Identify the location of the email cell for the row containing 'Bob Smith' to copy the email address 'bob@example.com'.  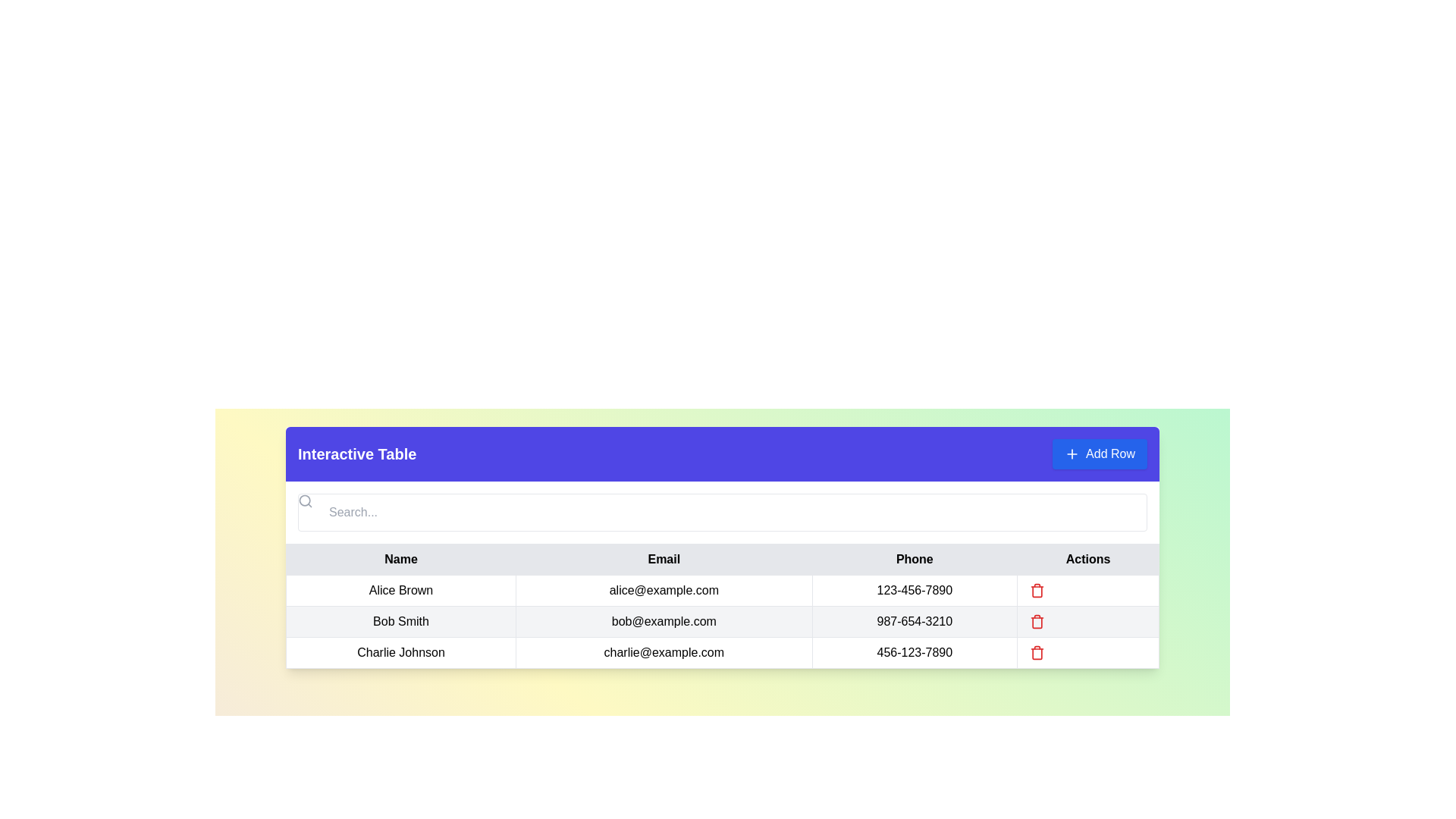
(722, 622).